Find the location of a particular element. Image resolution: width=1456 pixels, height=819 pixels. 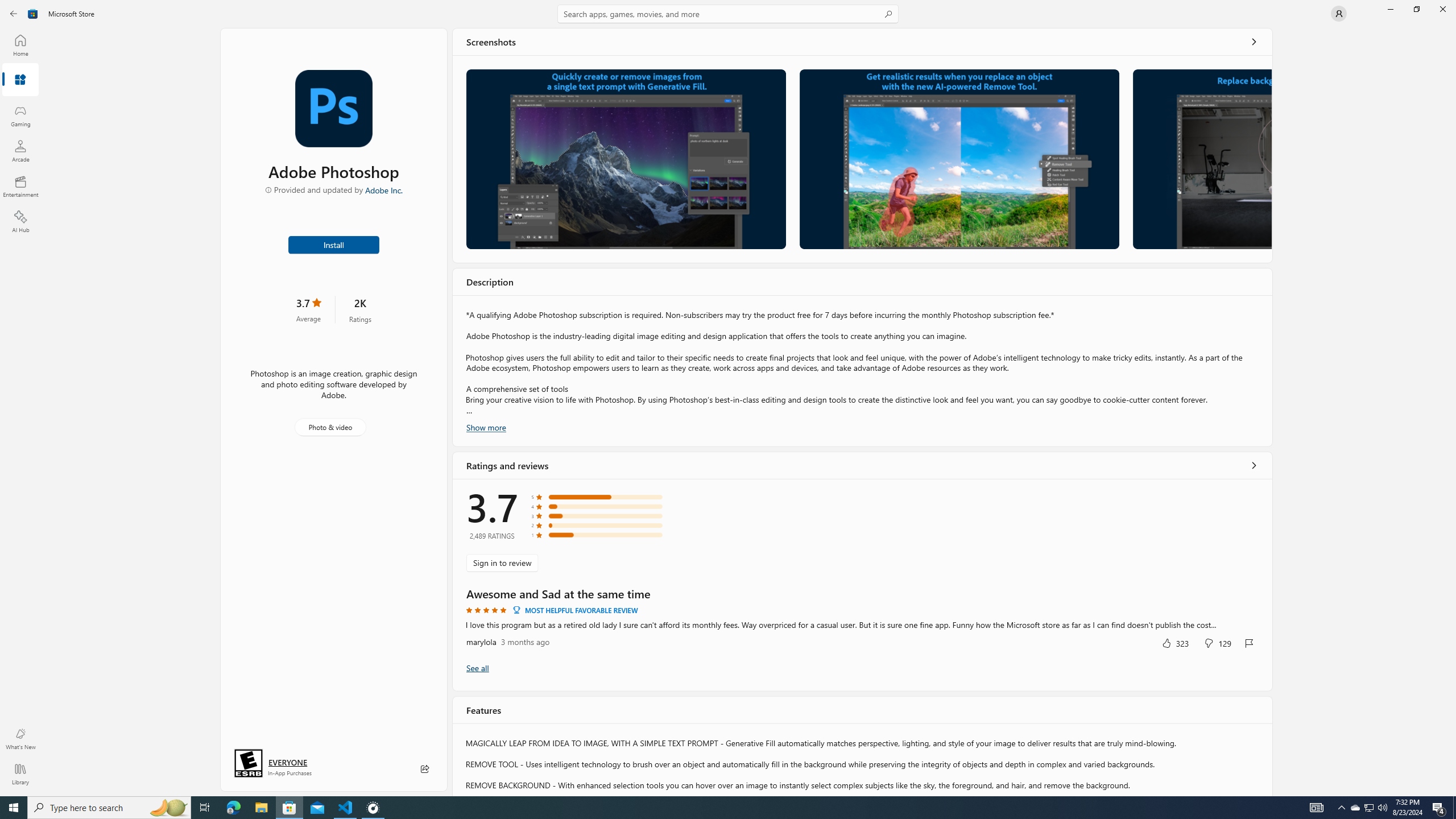

'Photo & video' is located at coordinates (329, 427).